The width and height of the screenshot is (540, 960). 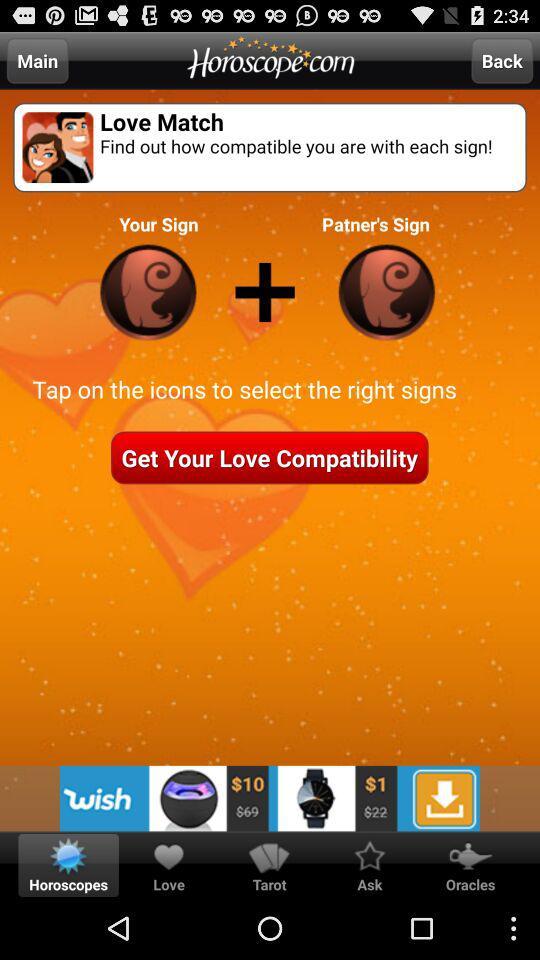 What do you see at coordinates (270, 798) in the screenshot?
I see `advertisement at bottom` at bounding box center [270, 798].